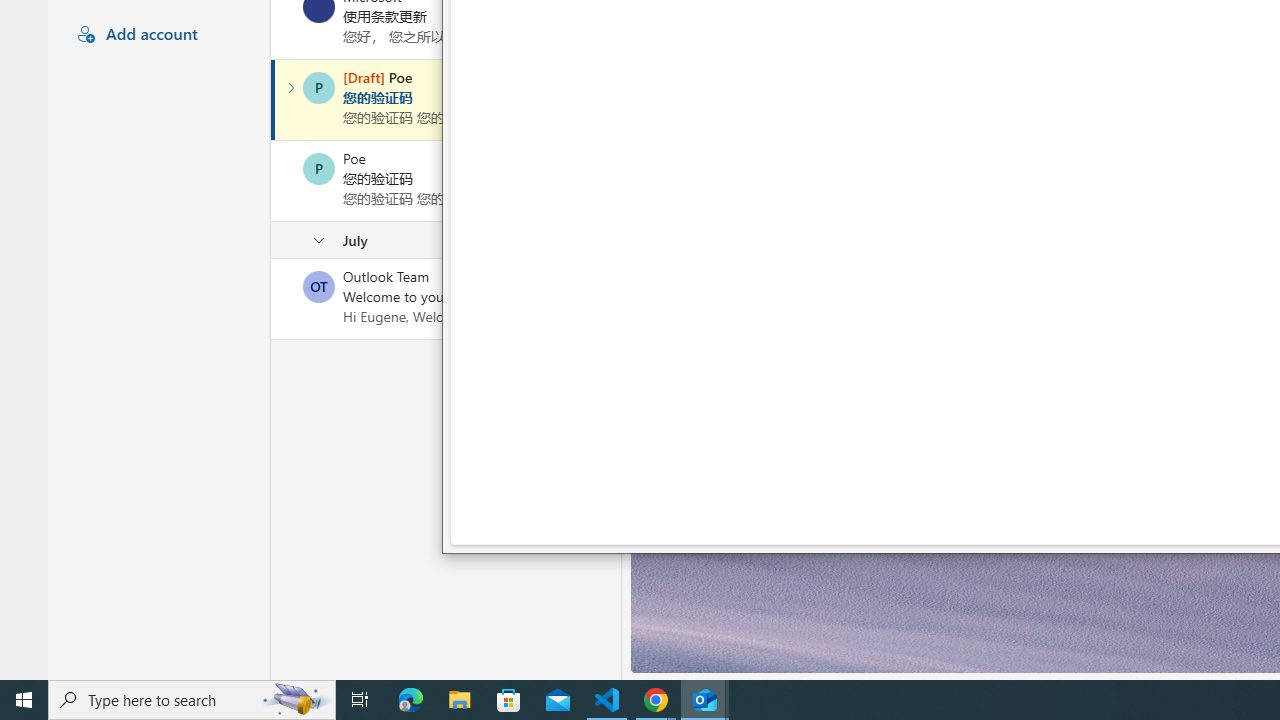 Image resolution: width=1280 pixels, height=720 pixels. Describe the element at coordinates (705, 698) in the screenshot. I see `'Outlook (new) - 2 running windows'` at that location.